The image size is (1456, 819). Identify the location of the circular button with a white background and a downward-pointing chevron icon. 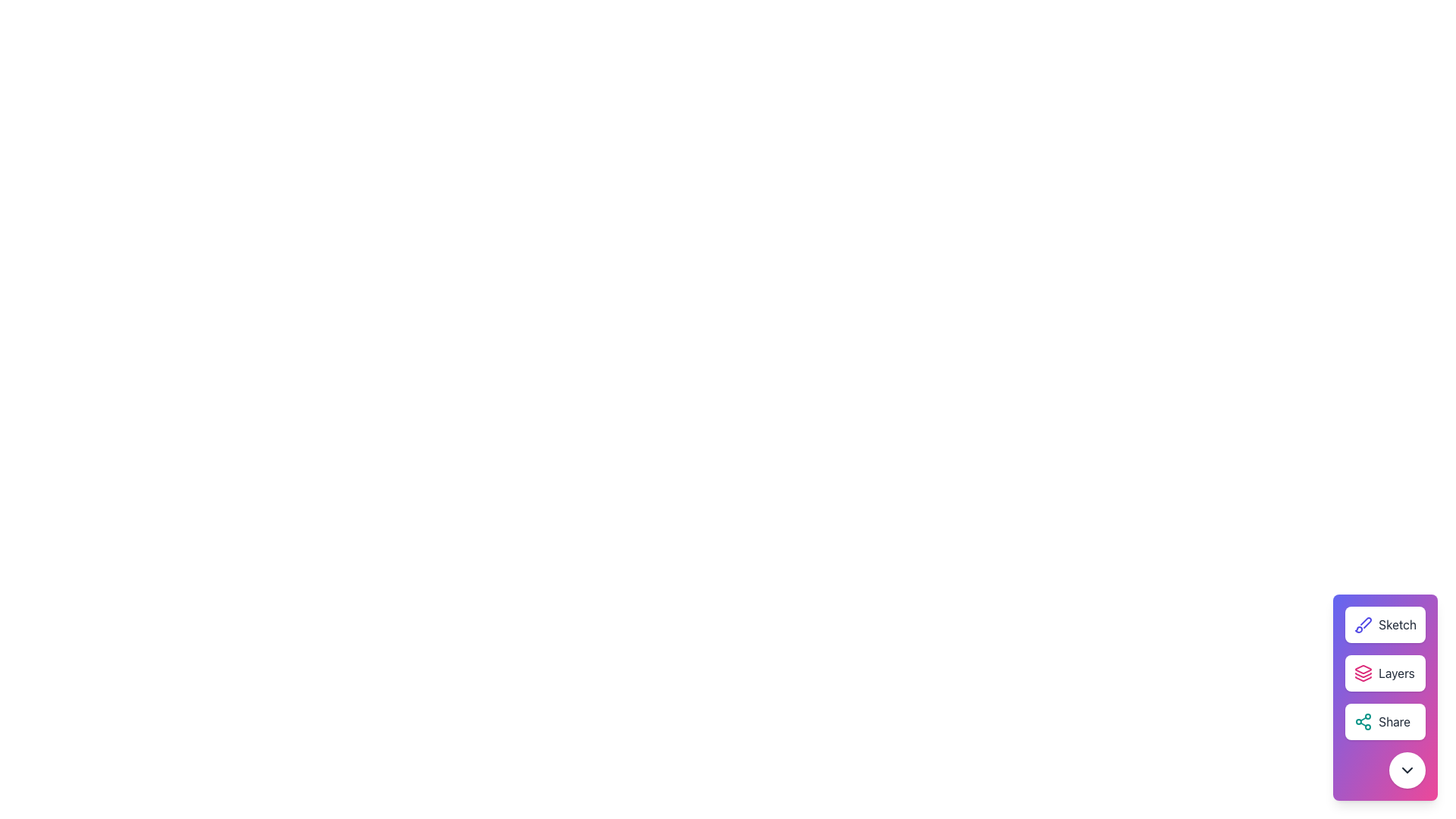
(1407, 770).